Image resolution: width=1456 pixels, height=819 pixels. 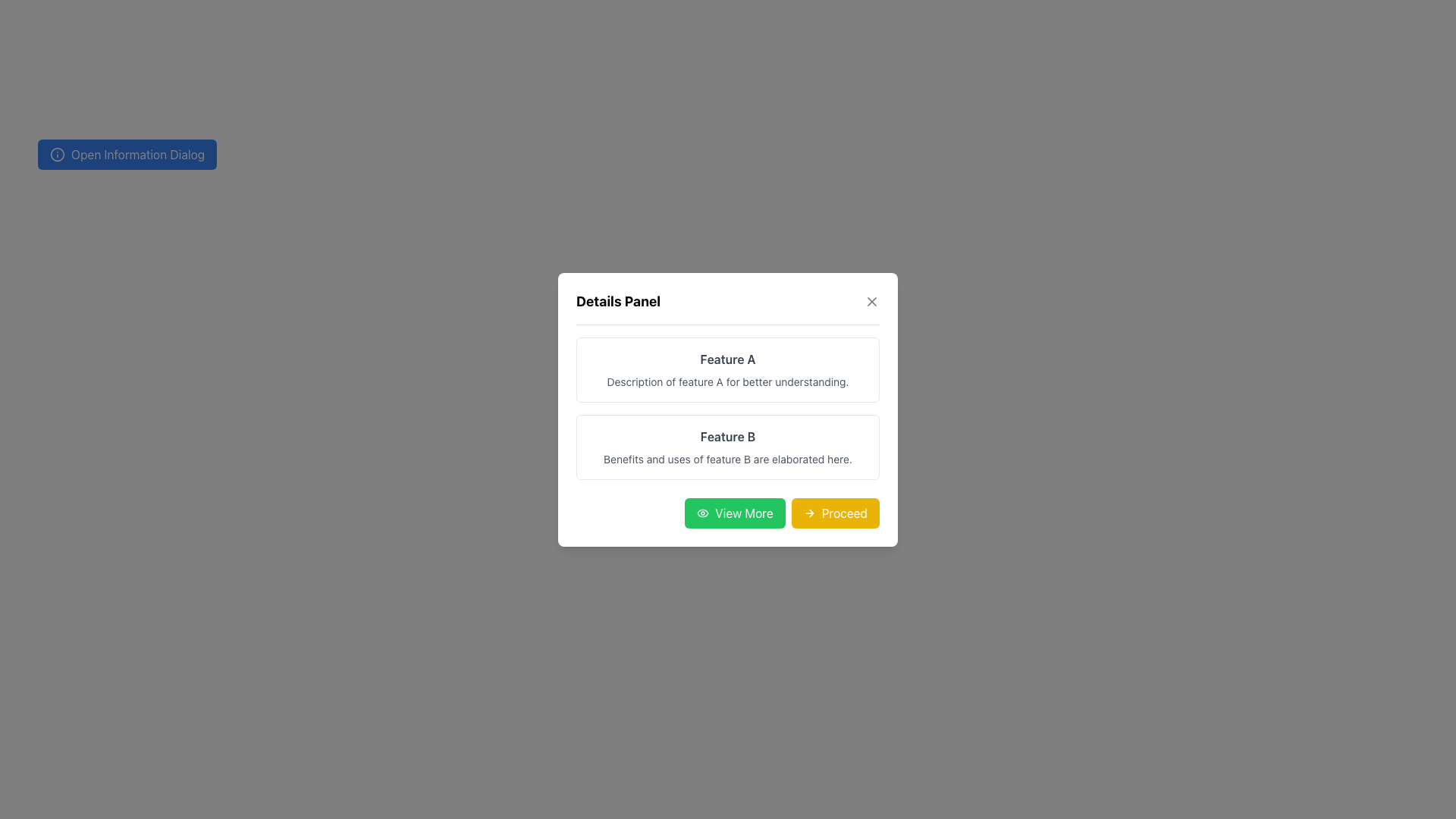 What do you see at coordinates (728, 512) in the screenshot?
I see `the green button labeled 'View More' which has an eye icon on its left, located near the bottom-right of the modal window` at bounding box center [728, 512].